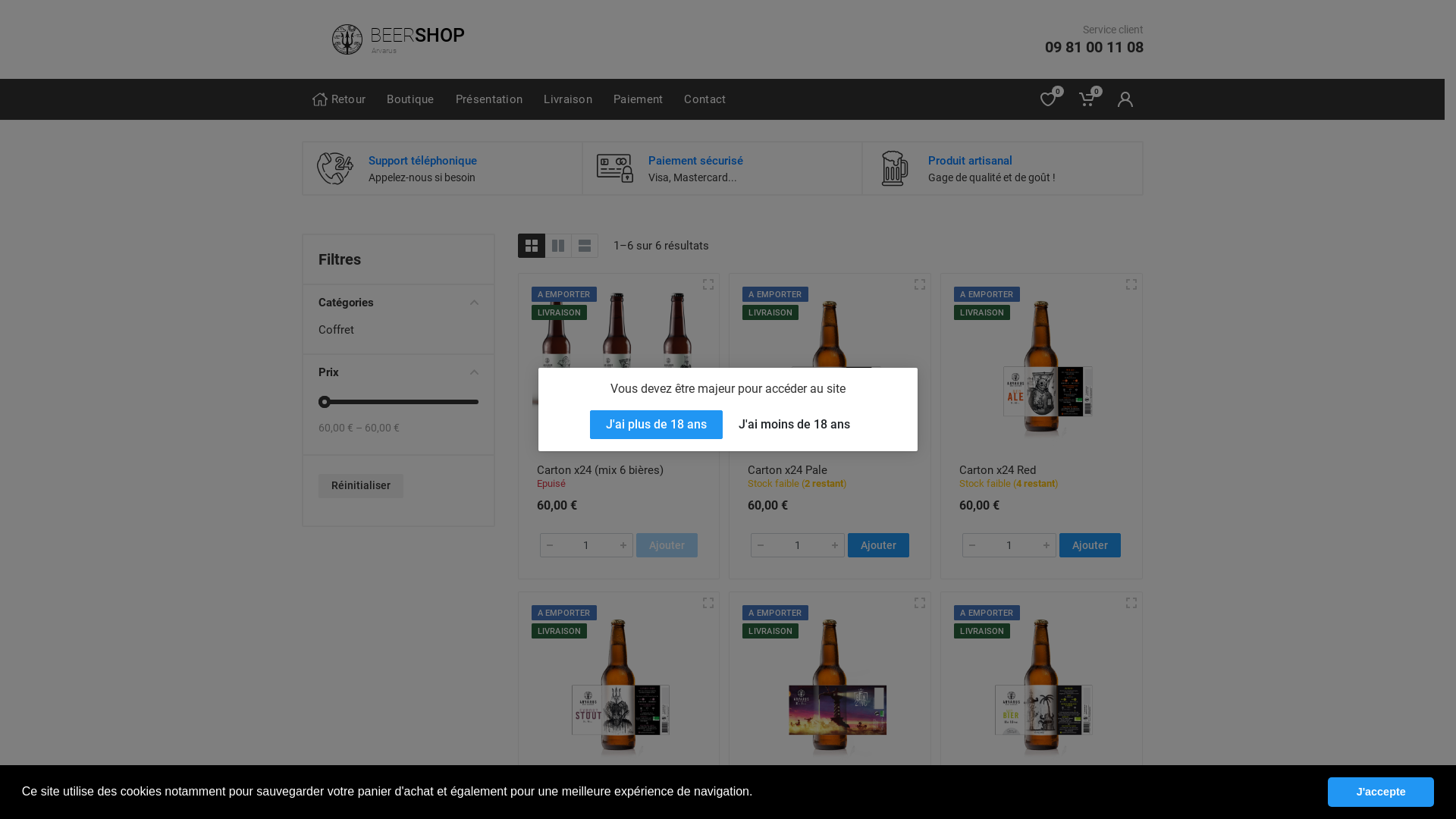 Image resolution: width=1456 pixels, height=819 pixels. Describe the element at coordinates (398, 372) in the screenshot. I see `'Prix'` at that location.